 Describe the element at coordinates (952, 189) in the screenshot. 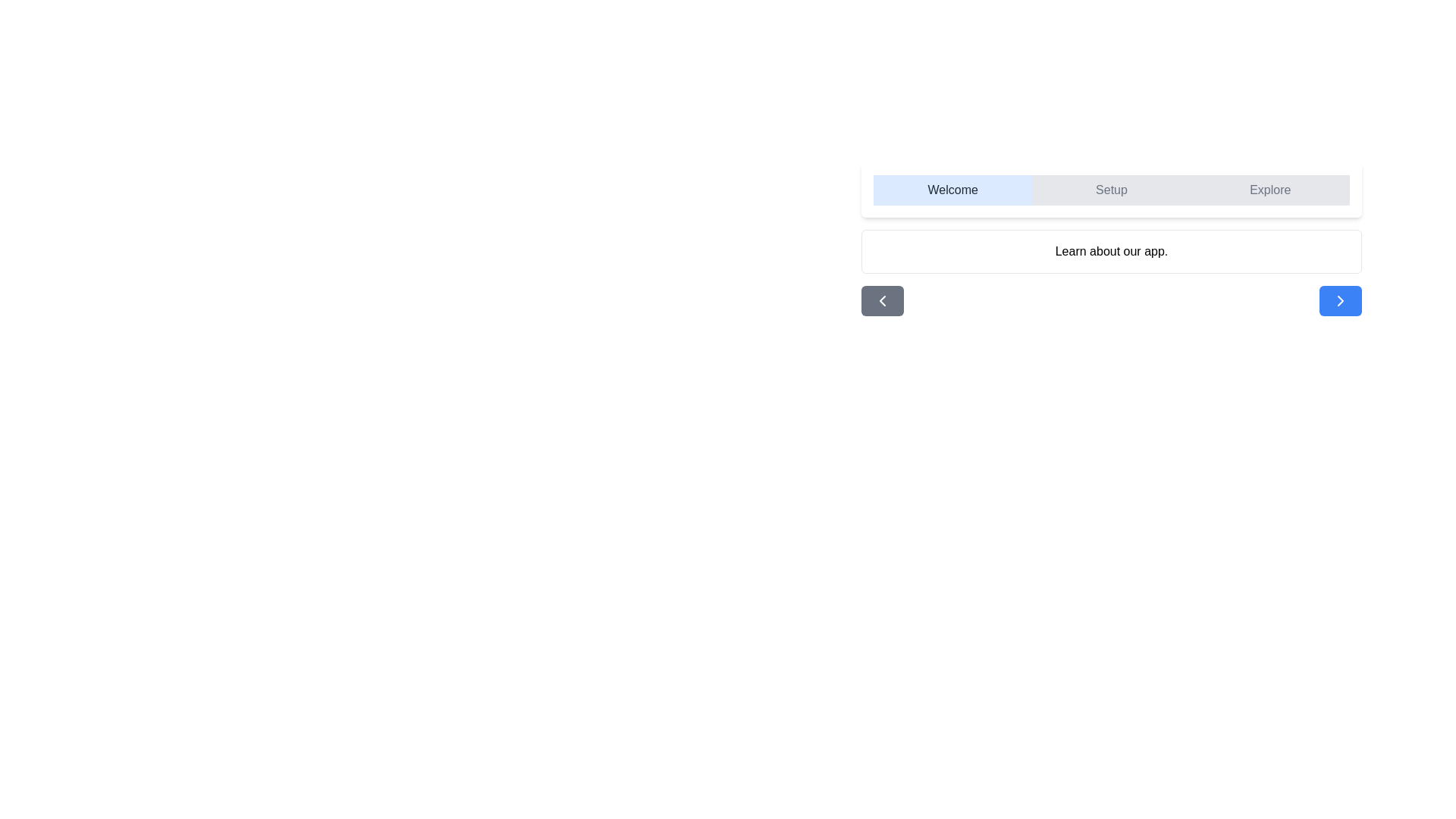

I see `the step indicator labeled 'Welcome' to navigate to that step` at that location.